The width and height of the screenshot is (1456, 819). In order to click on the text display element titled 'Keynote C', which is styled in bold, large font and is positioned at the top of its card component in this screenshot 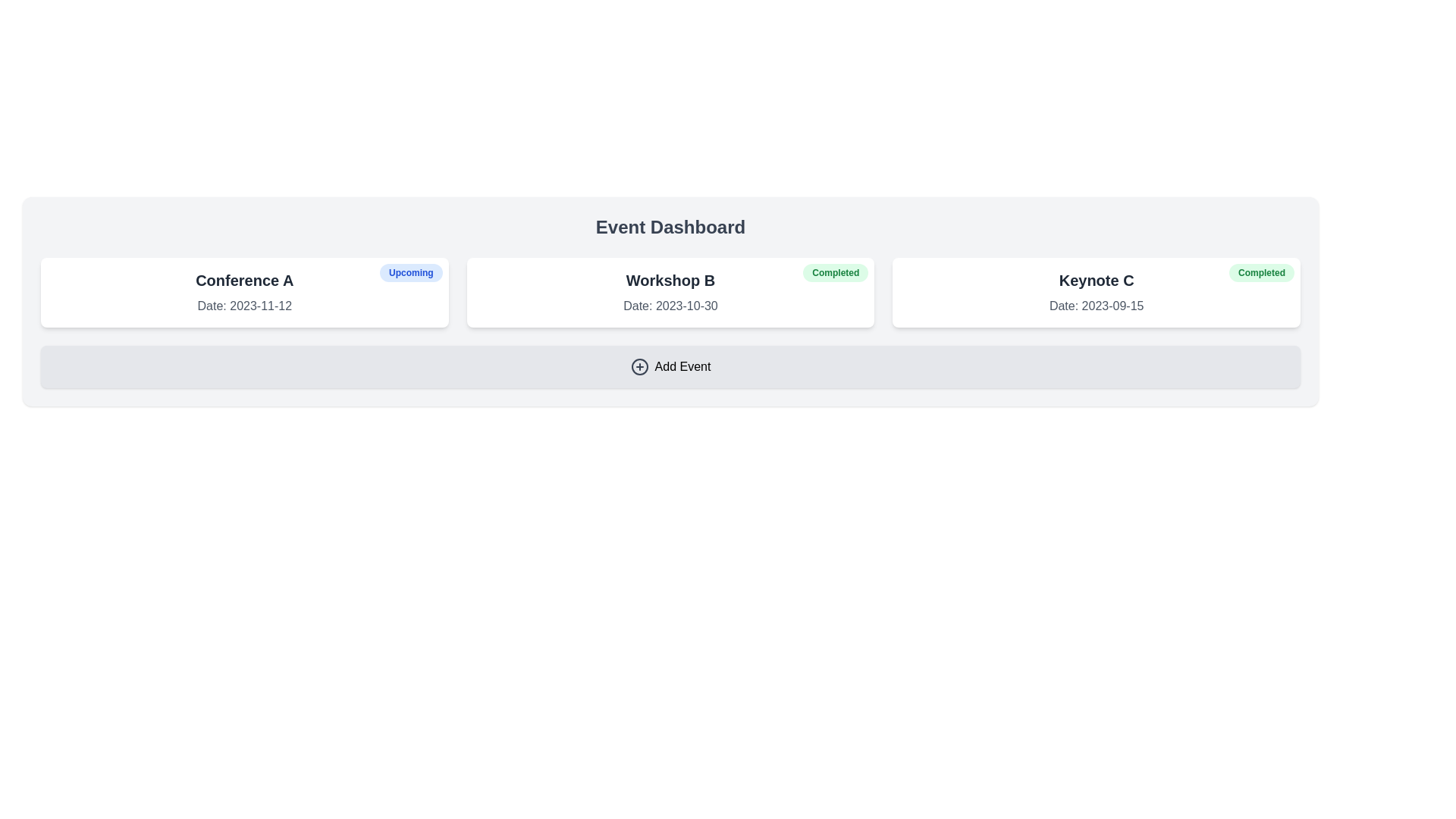, I will do `click(1097, 281)`.